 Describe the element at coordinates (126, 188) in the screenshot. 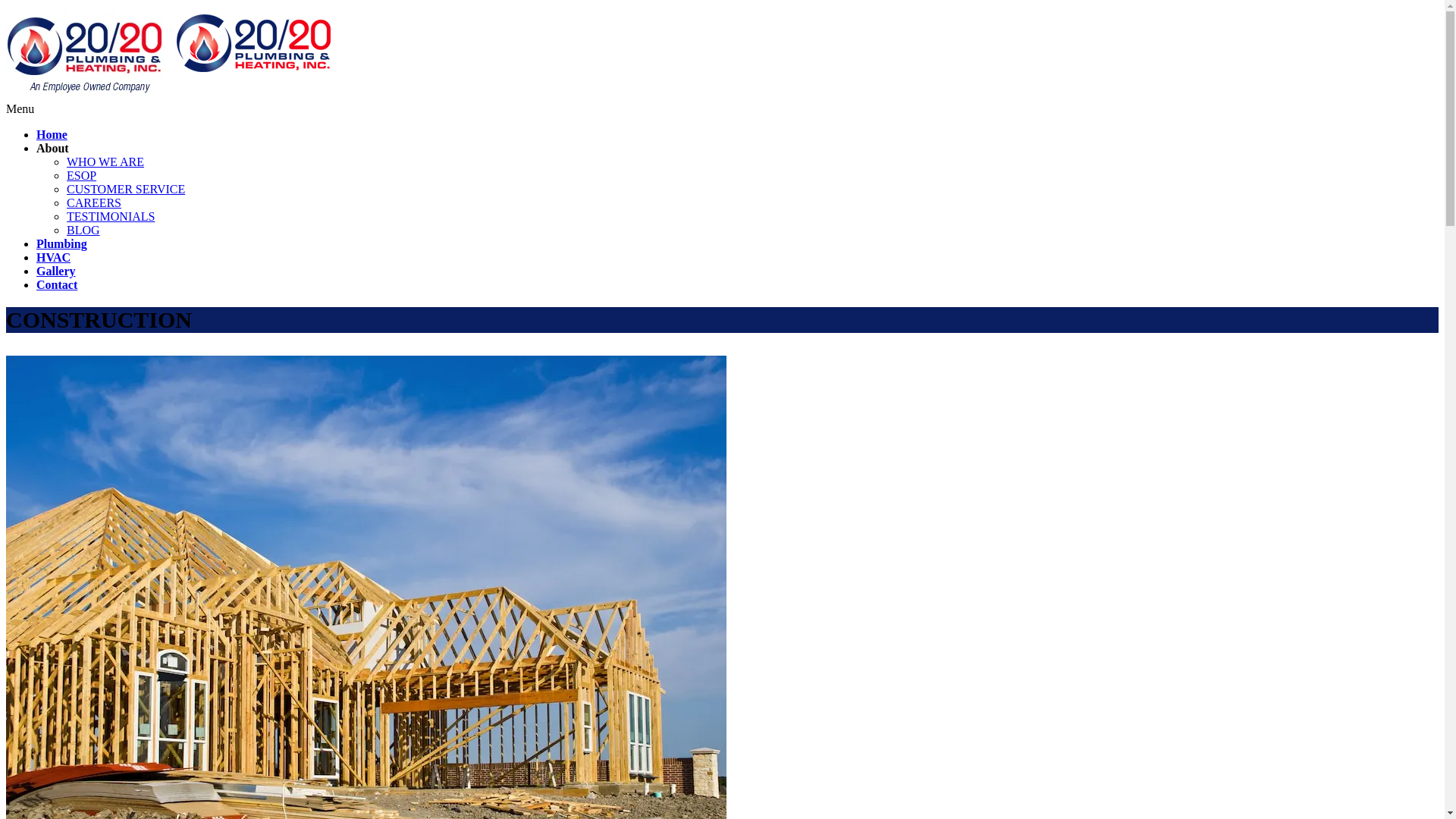

I see `'CUSTOMER SERVICE'` at that location.